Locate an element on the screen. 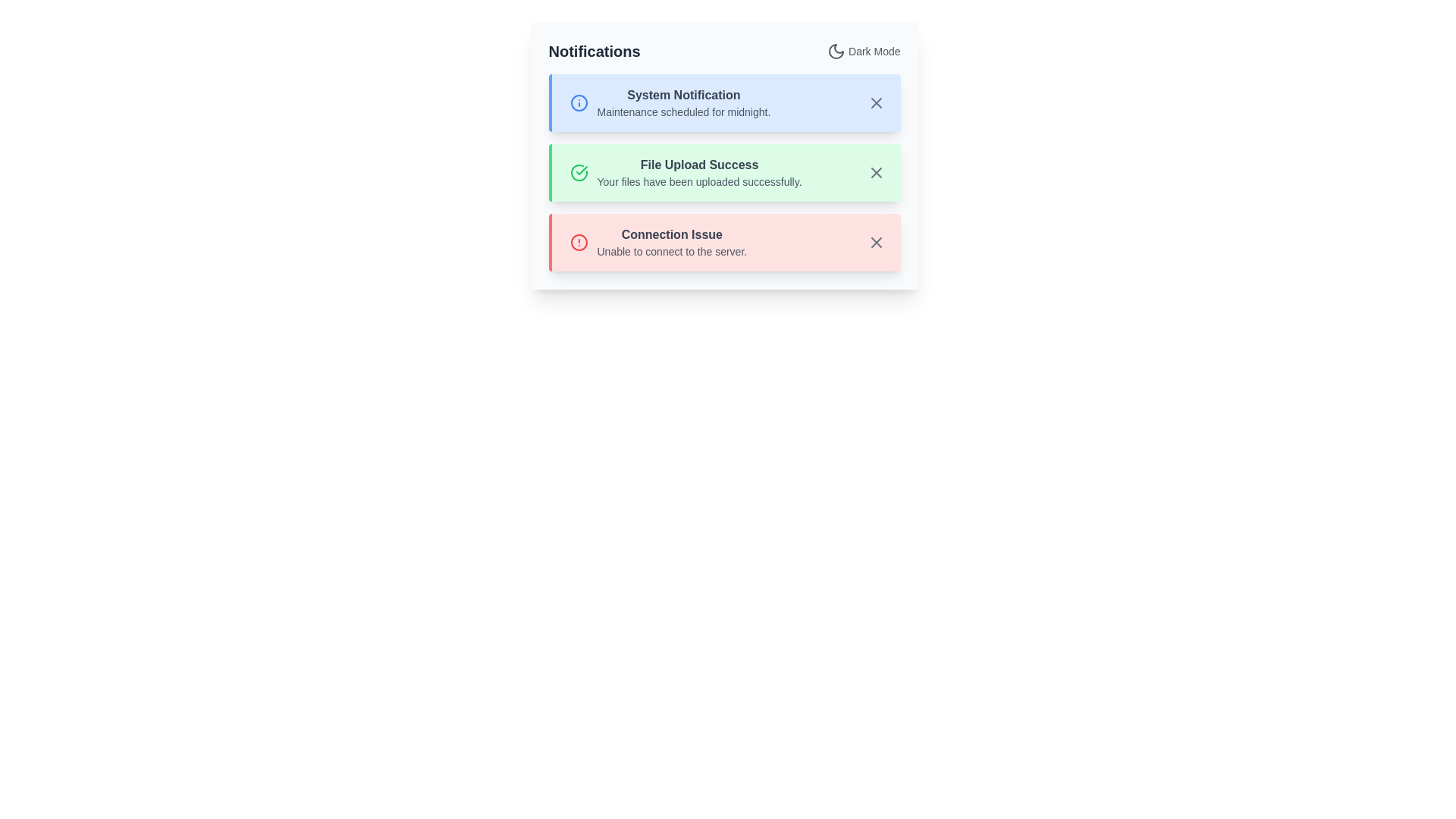 The image size is (1456, 819). the Text label indicating the current mode setting, located at the upper-right corner of the notifications widget, next to the moon icon is located at coordinates (874, 51).